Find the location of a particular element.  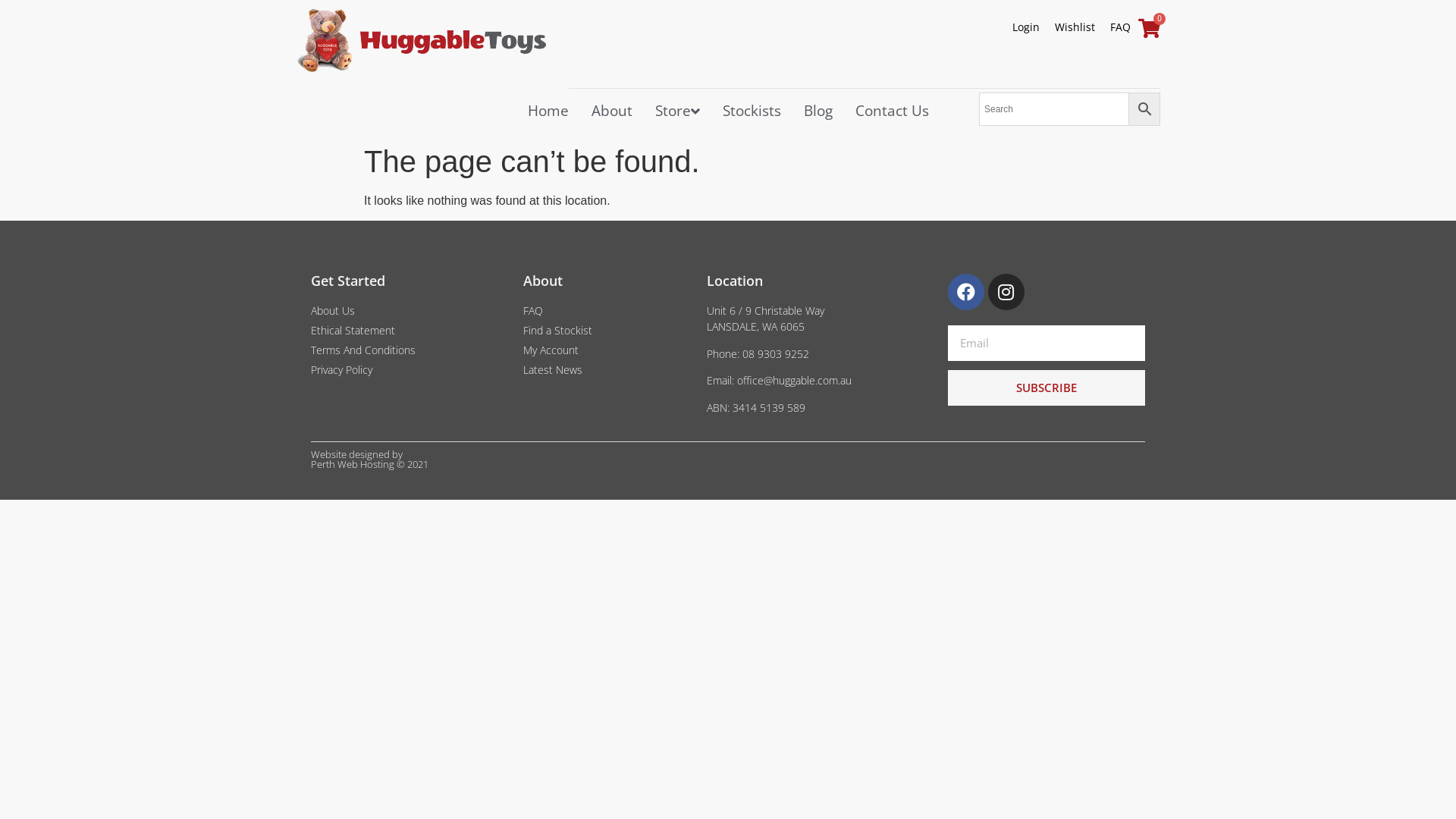

'0' is located at coordinates (1138, 28).